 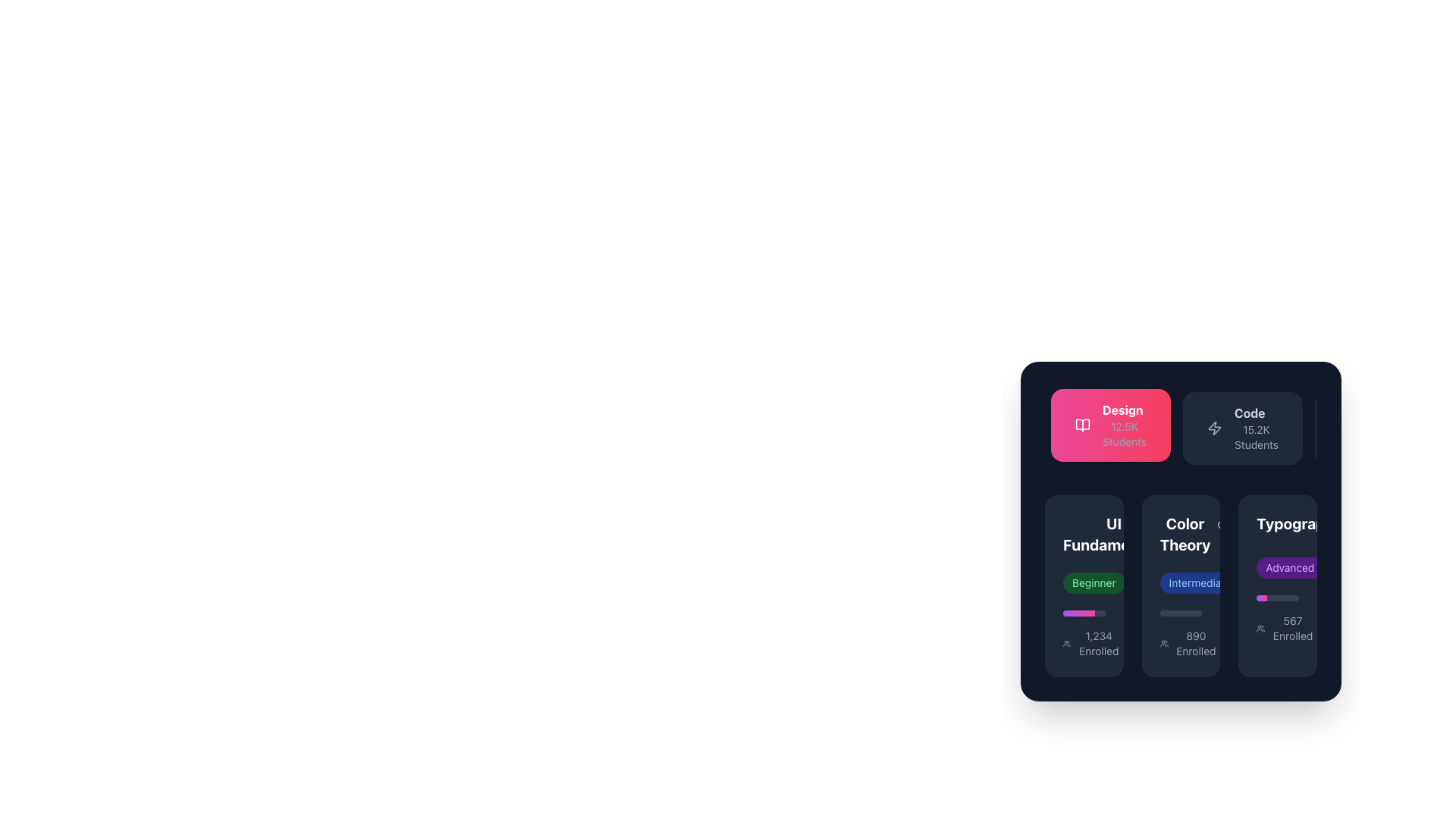 I want to click on the label with the text 'Intermediate', which is a small rectangular label with rounded corners, filled with a dark blue background, located in the 'Color Theory' section above the progress indicator, so click(x=1199, y=582).